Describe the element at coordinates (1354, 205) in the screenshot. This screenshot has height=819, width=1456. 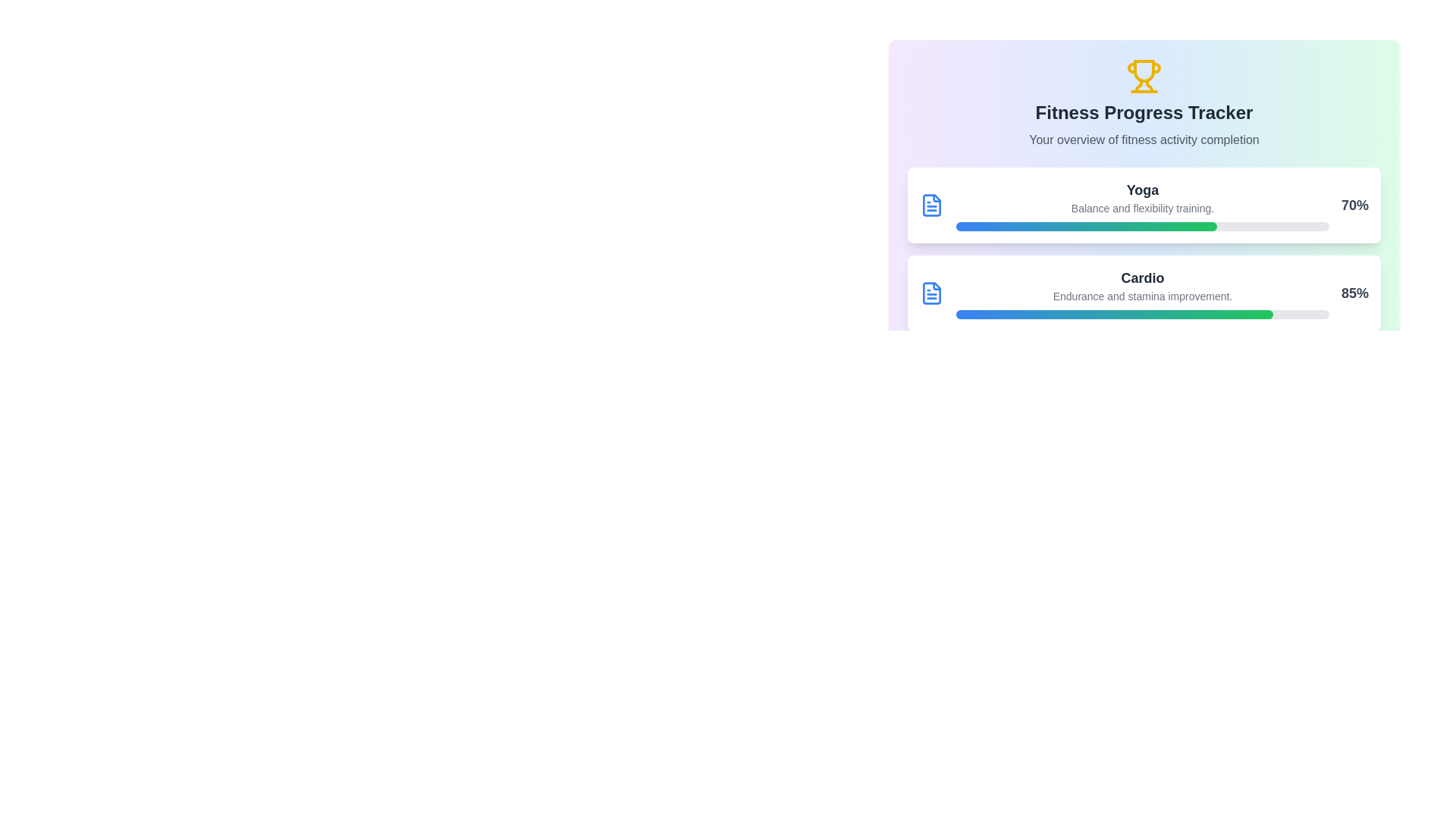
I see `the bold text labeled '70%' that indicates the completion percentage of the Yoga task, located to the right of the progress bar` at that location.